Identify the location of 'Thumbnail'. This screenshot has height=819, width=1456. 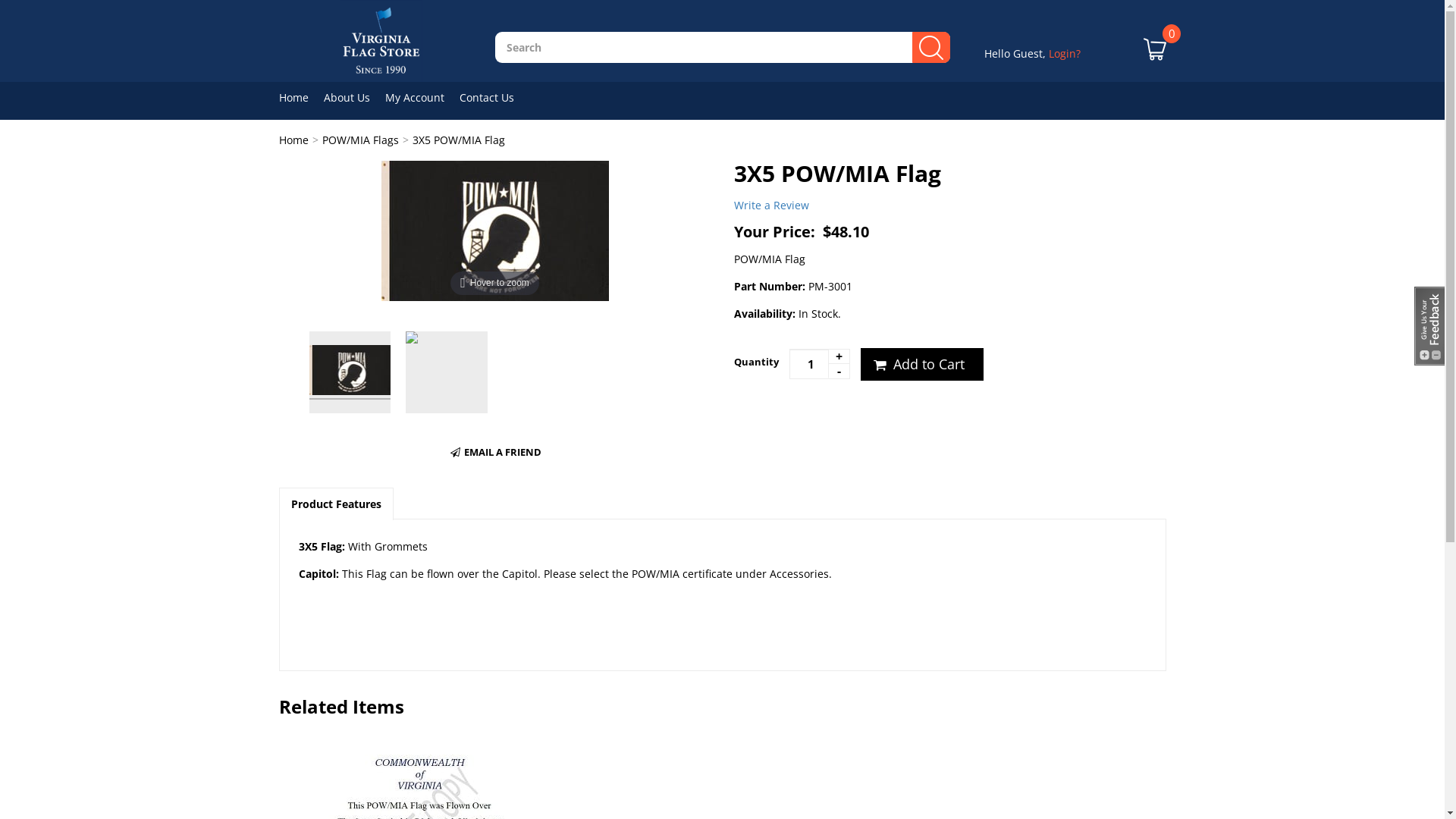
(446, 372).